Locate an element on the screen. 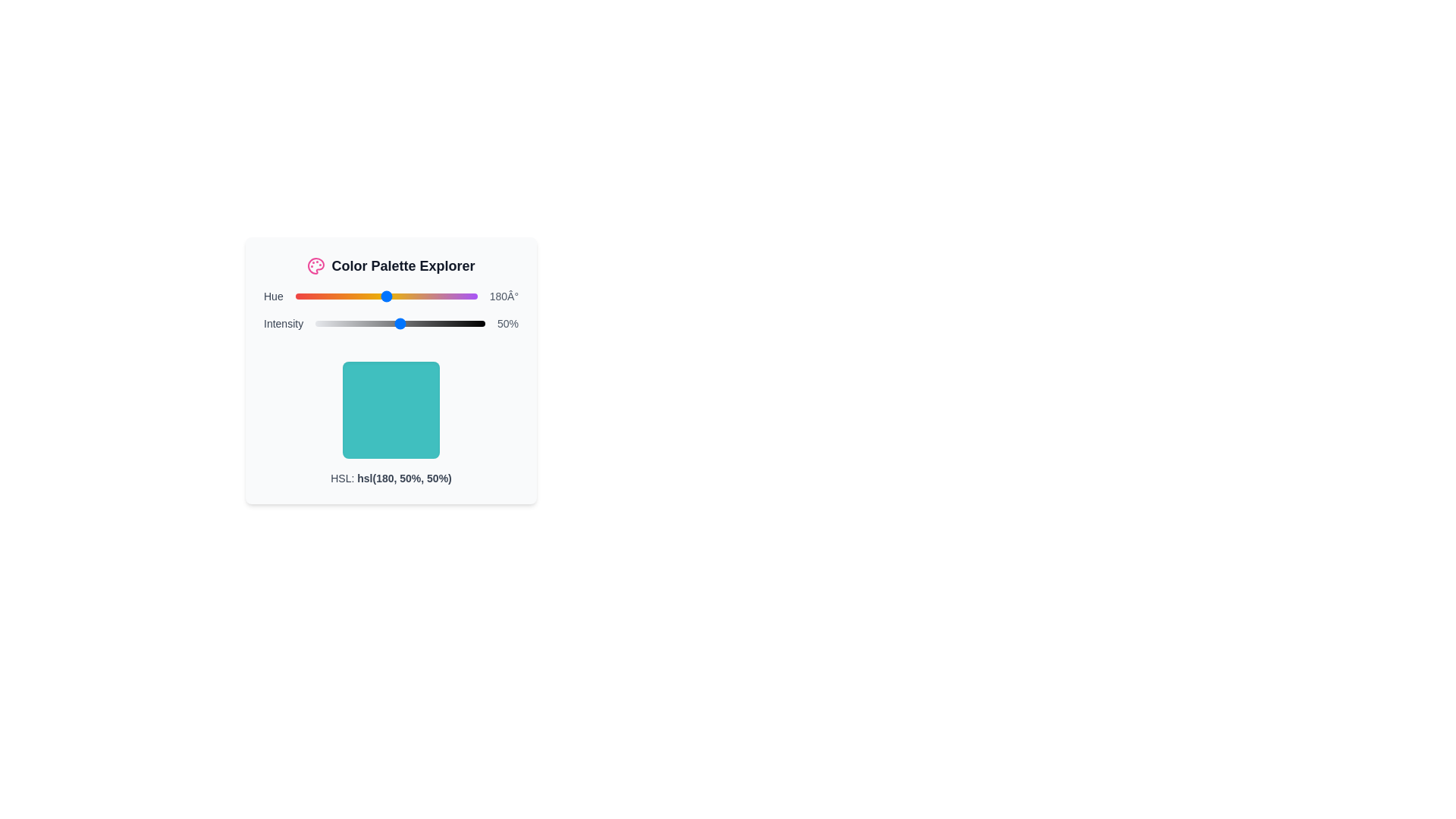  the hue slider to set its value to 192 is located at coordinates (392, 296).